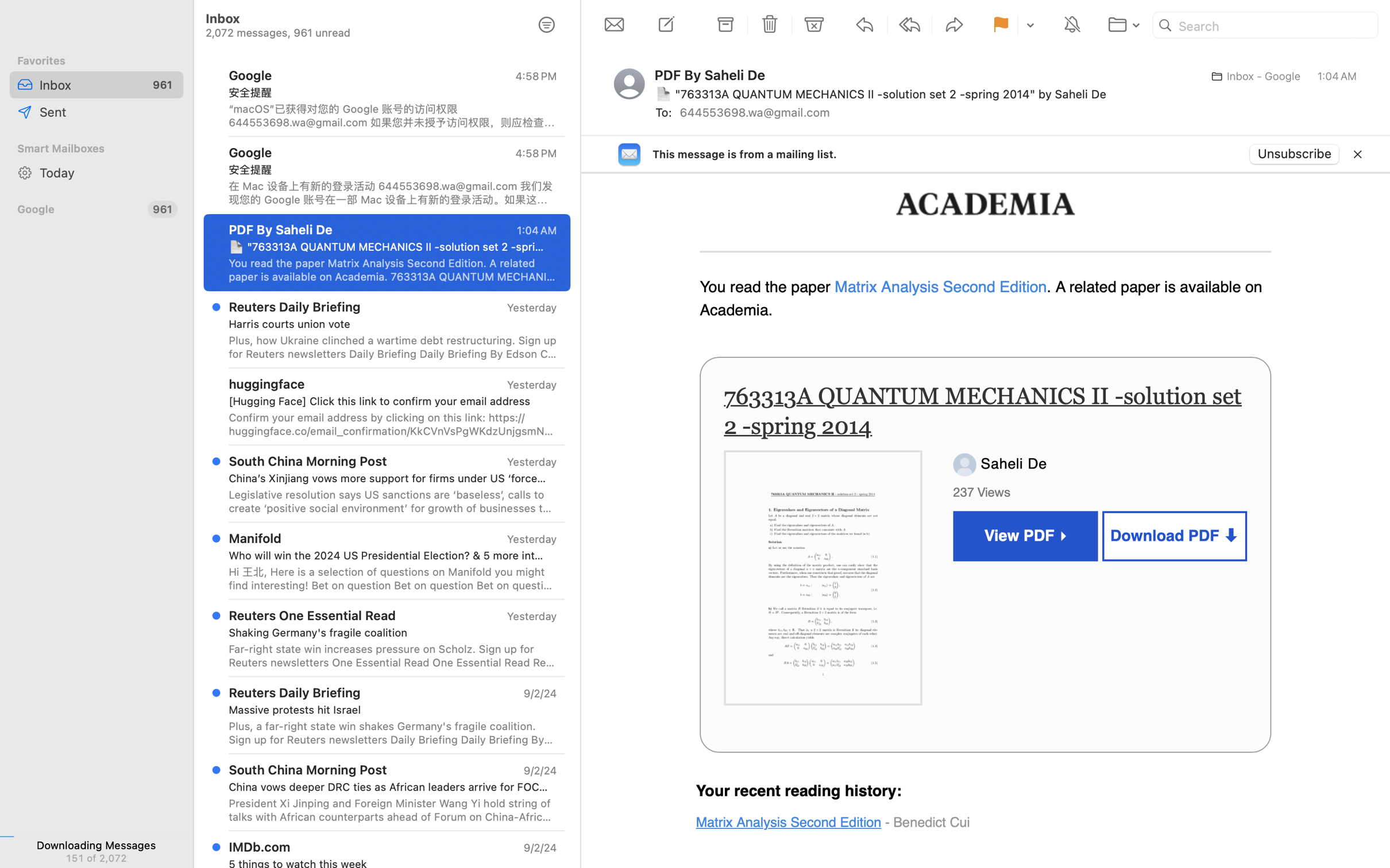 This screenshot has width=1390, height=868. Describe the element at coordinates (388, 478) in the screenshot. I see `'China’s Xinjiang vows more support for firms under US ‘forced labour’ sanctions'` at that location.